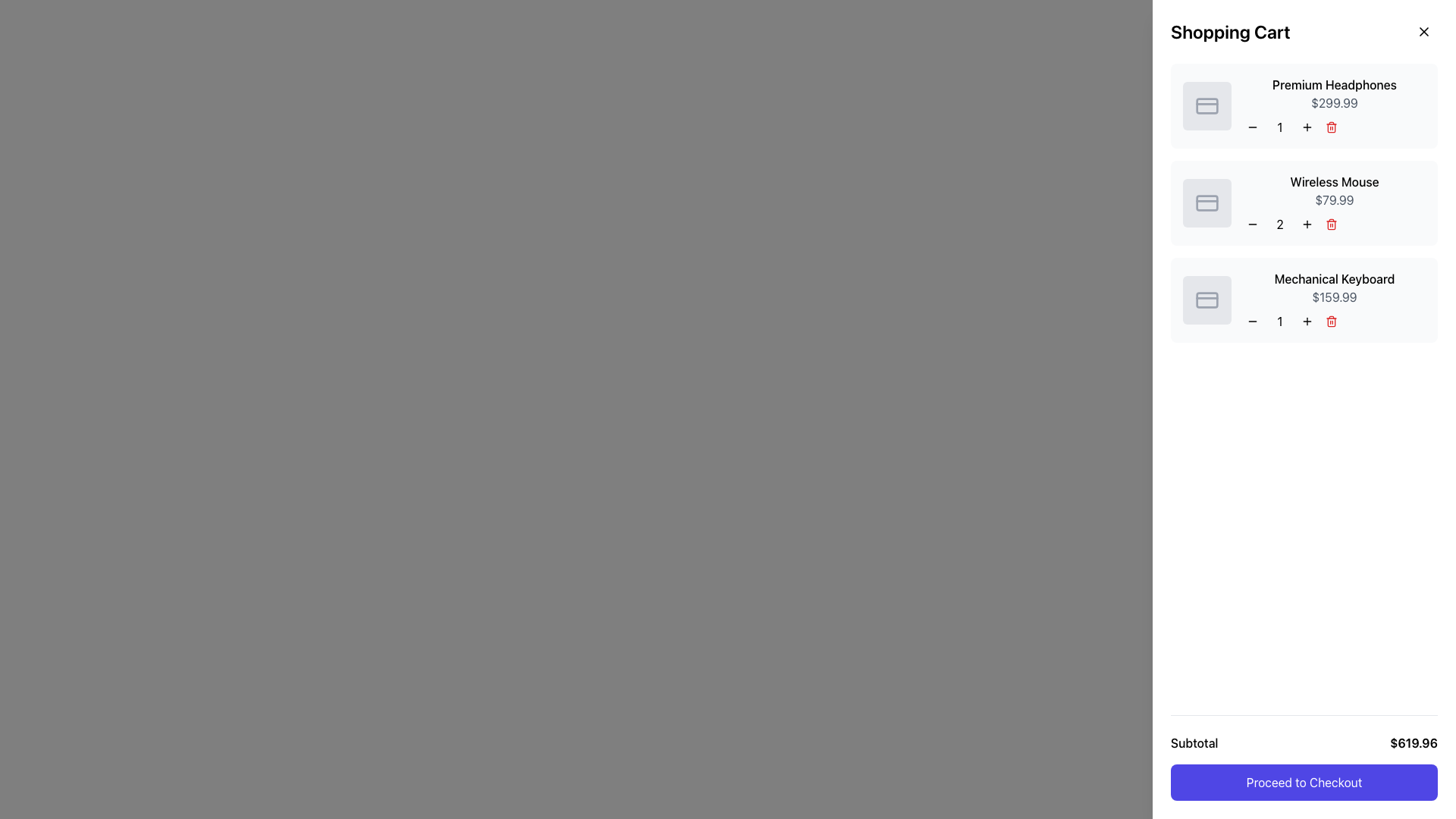 Image resolution: width=1456 pixels, height=819 pixels. I want to click on the price display showing '$619.96', which is bold and aligned to the right at the bottom of the shopping cart interface, so click(1413, 742).